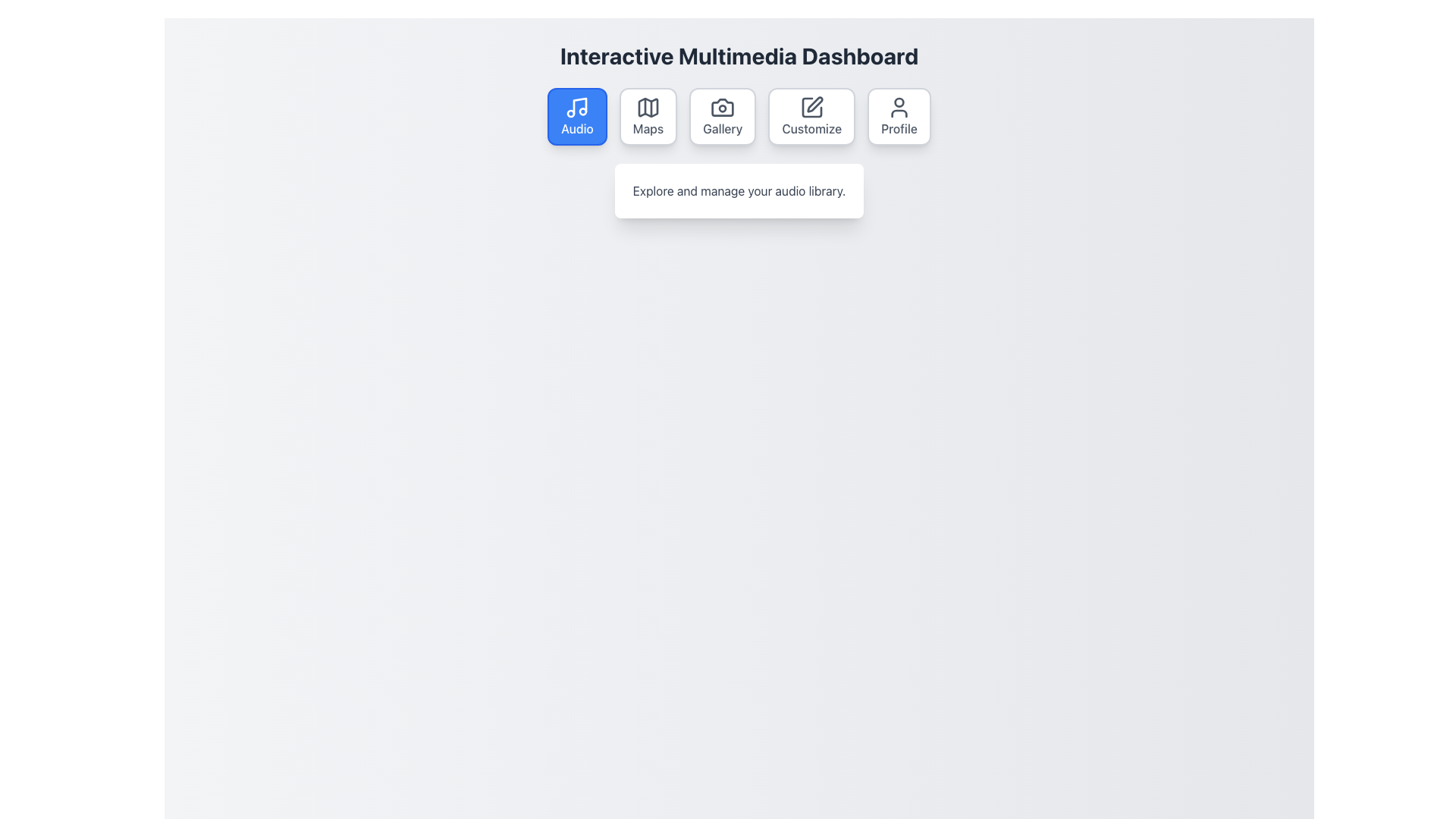 The image size is (1456, 819). I want to click on text displayed on the 'Gallery' label, which is a medium-sized, gray-colored text centered below a camera icon in a card-like structure, so click(722, 127).